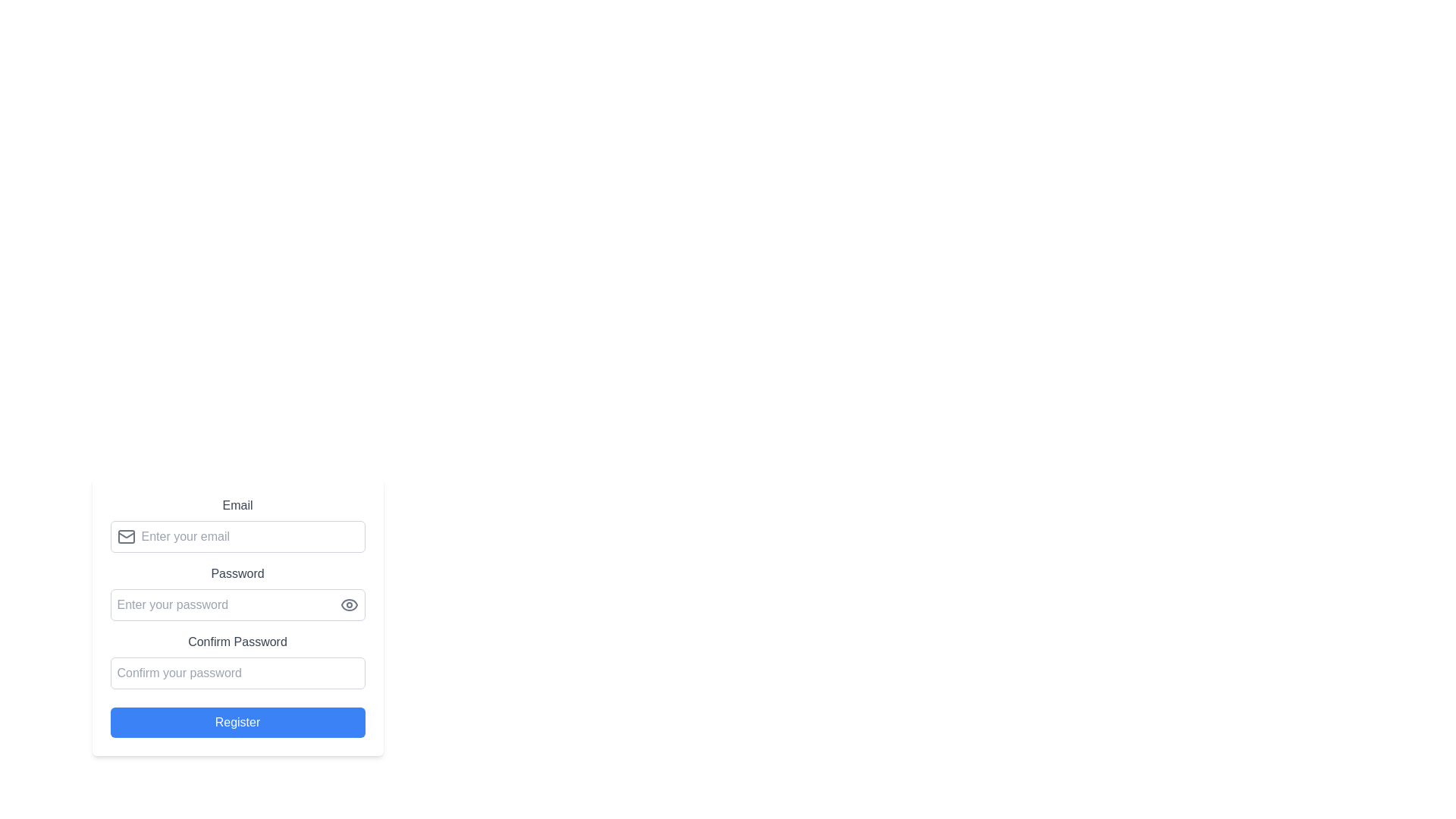 Image resolution: width=1456 pixels, height=819 pixels. I want to click on the Password Input Field with the placeholder text 'Confirm your password' to focus the input field, so click(237, 672).